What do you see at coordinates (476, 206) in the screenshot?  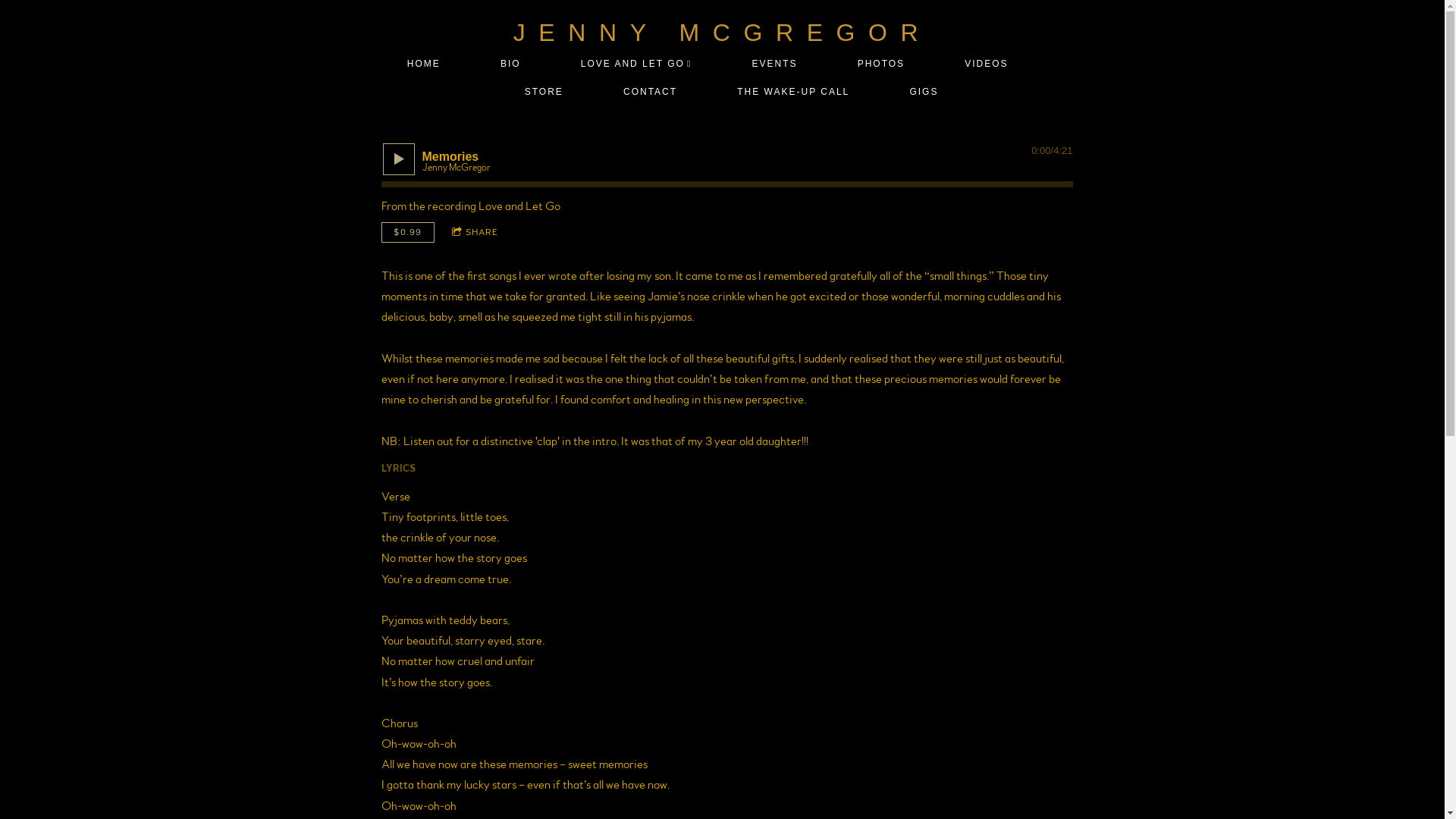 I see `'Love and Let Go'` at bounding box center [476, 206].